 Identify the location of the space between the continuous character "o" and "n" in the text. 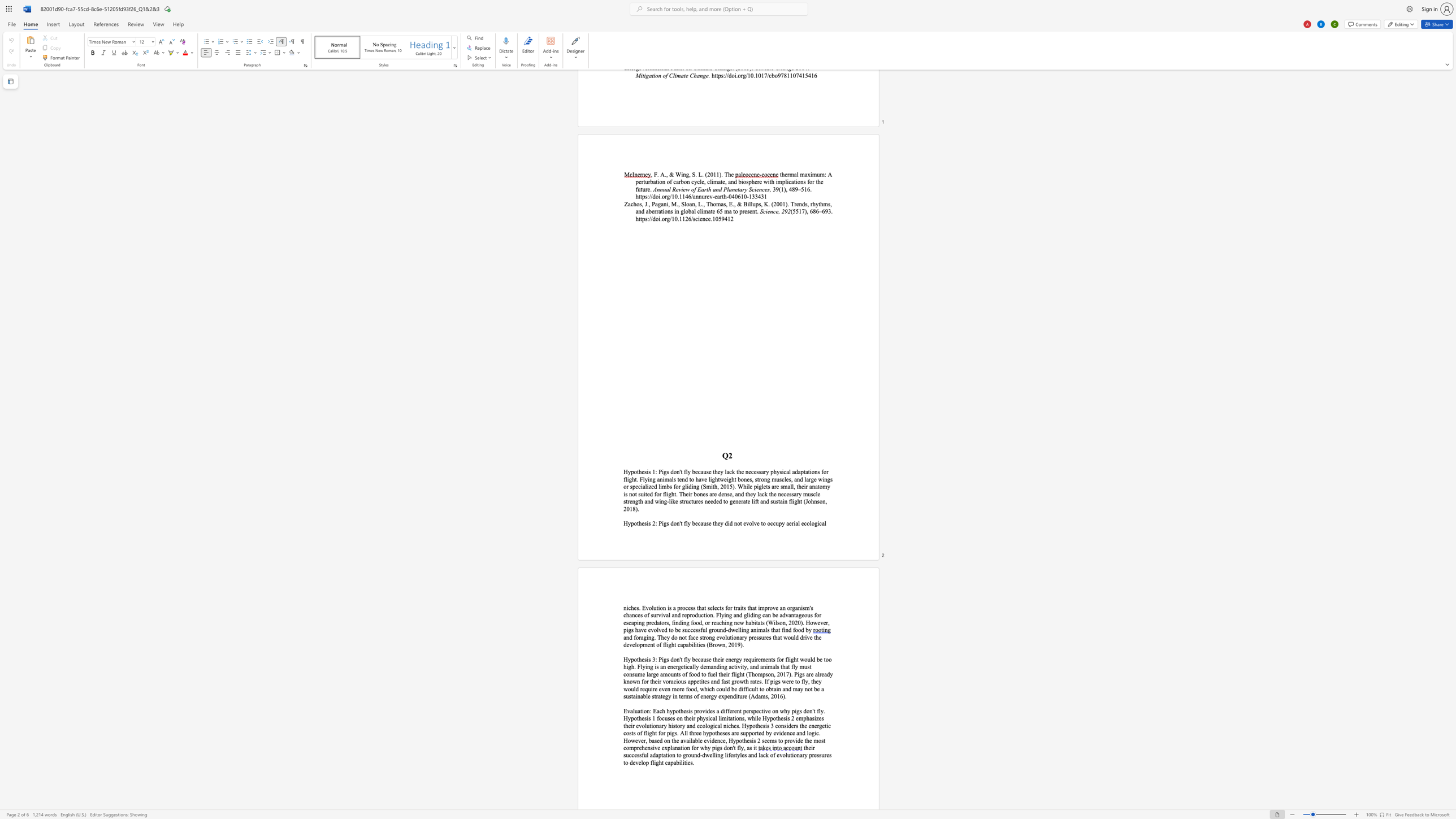
(662, 608).